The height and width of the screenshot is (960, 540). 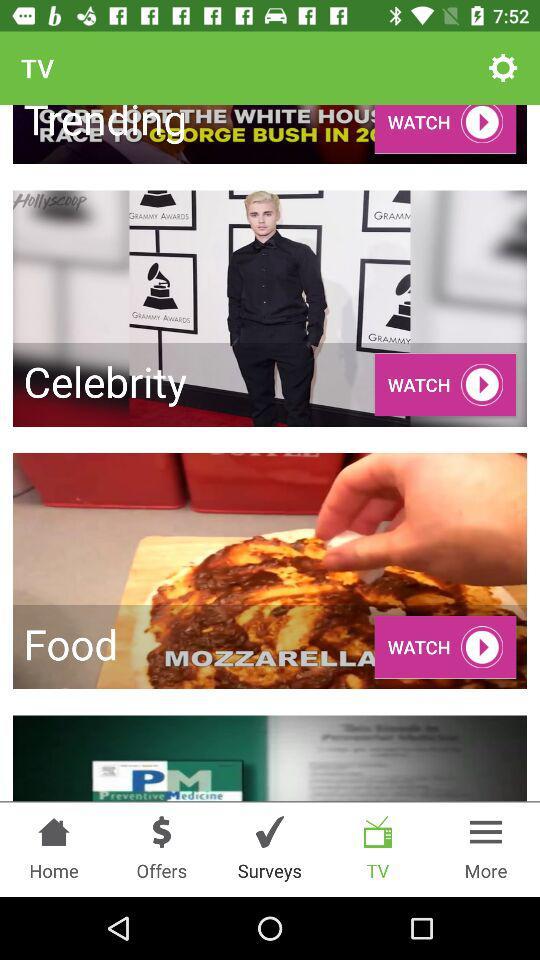 I want to click on the image with the text food, so click(x=270, y=571).